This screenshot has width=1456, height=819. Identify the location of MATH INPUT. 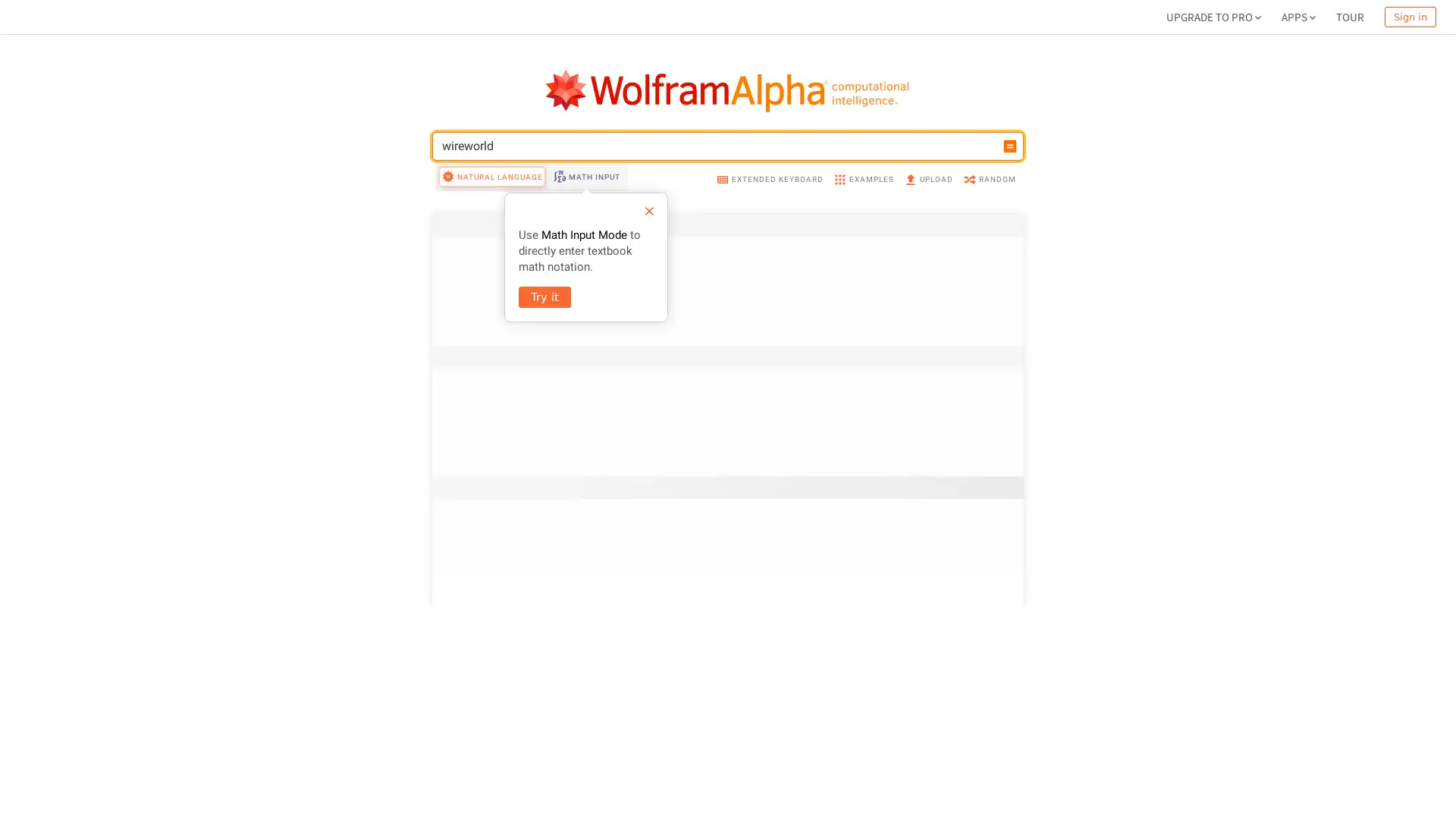
(585, 305).